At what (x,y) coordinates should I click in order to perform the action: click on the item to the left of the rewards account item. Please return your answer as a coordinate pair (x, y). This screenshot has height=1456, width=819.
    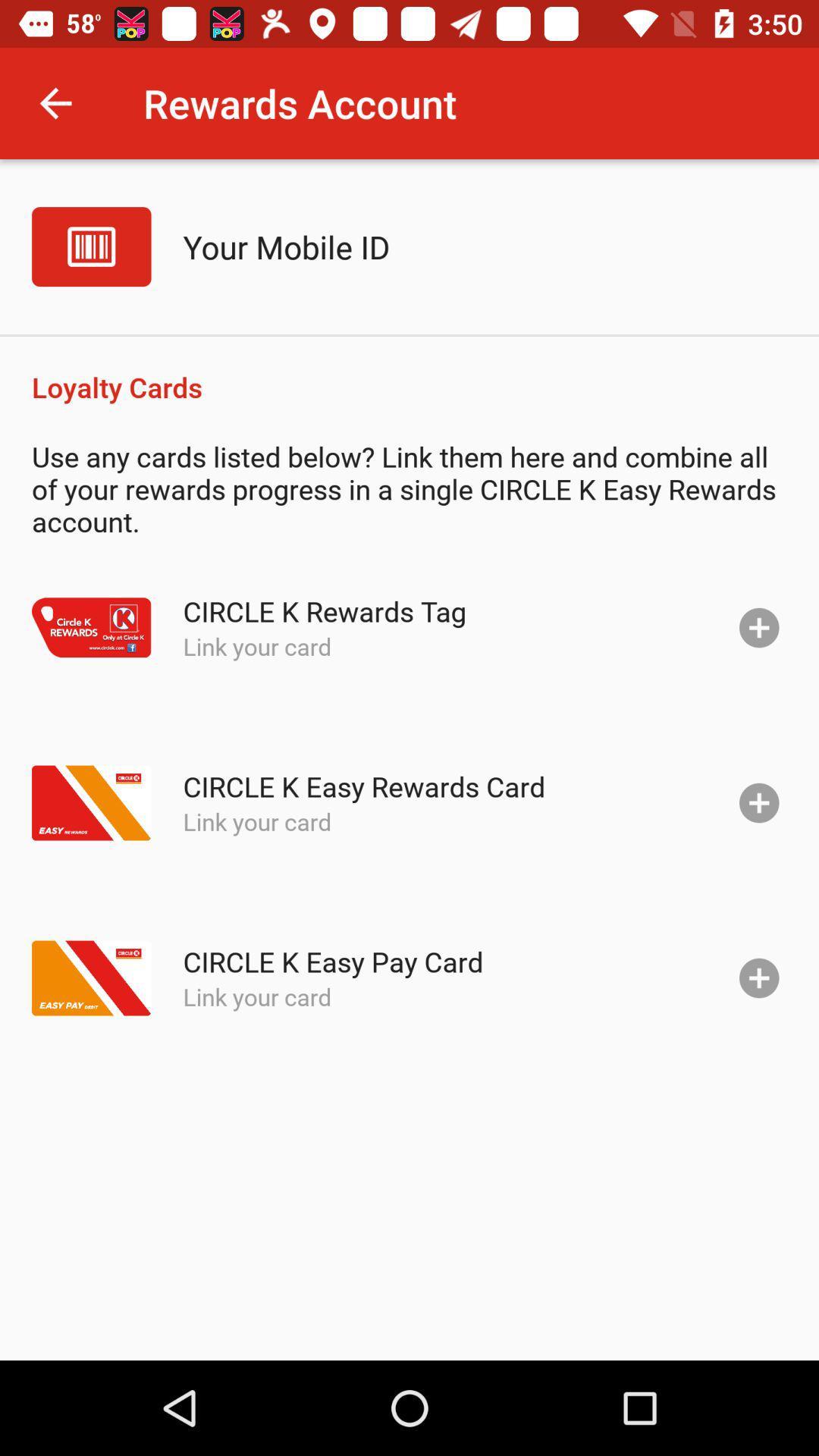
    Looking at the image, I should click on (55, 102).